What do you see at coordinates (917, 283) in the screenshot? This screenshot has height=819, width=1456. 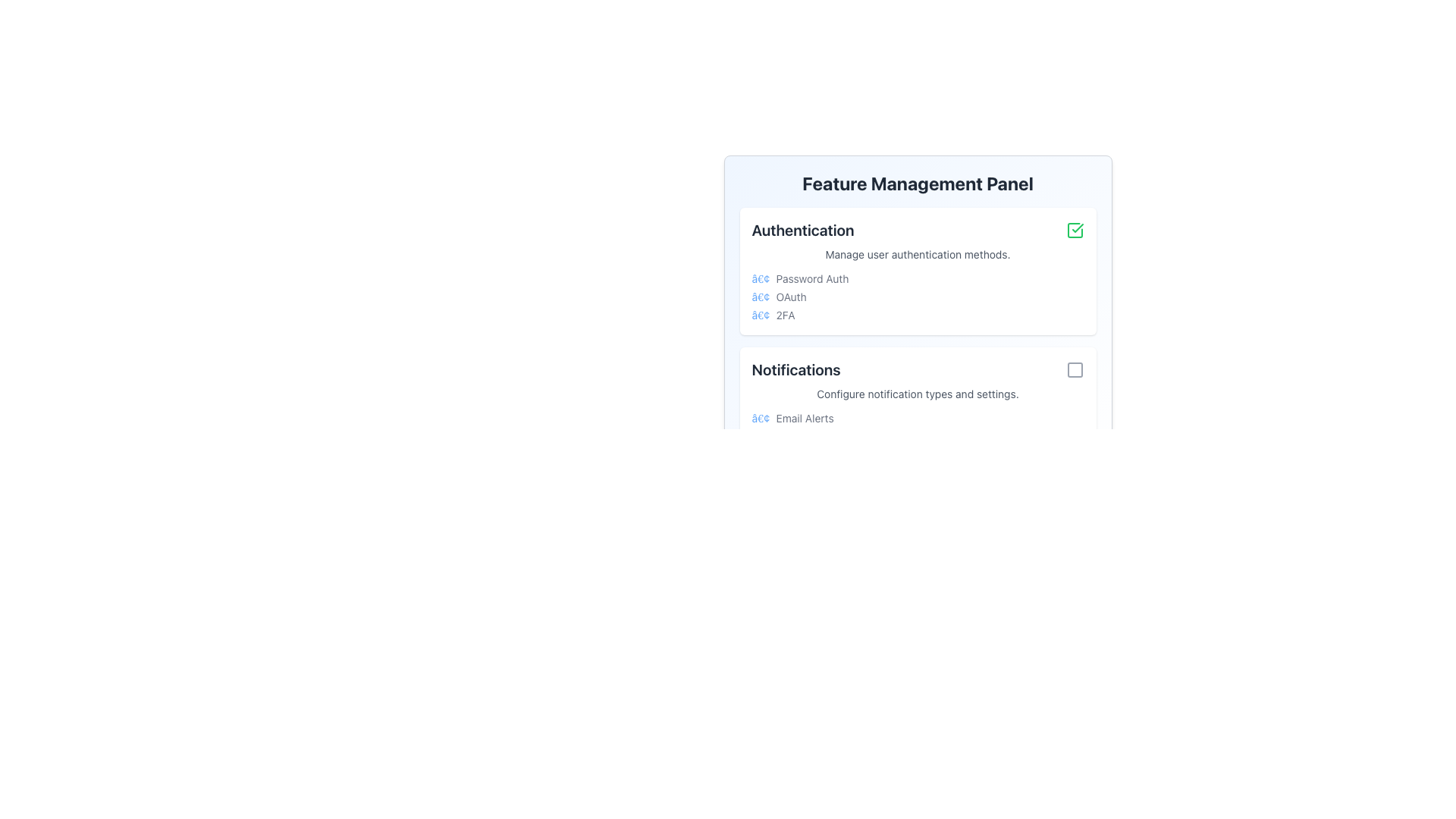 I see `the items listed in the Feature Management Panel, which is centrally located beneath the title 'Feature Management Panel'` at bounding box center [917, 283].